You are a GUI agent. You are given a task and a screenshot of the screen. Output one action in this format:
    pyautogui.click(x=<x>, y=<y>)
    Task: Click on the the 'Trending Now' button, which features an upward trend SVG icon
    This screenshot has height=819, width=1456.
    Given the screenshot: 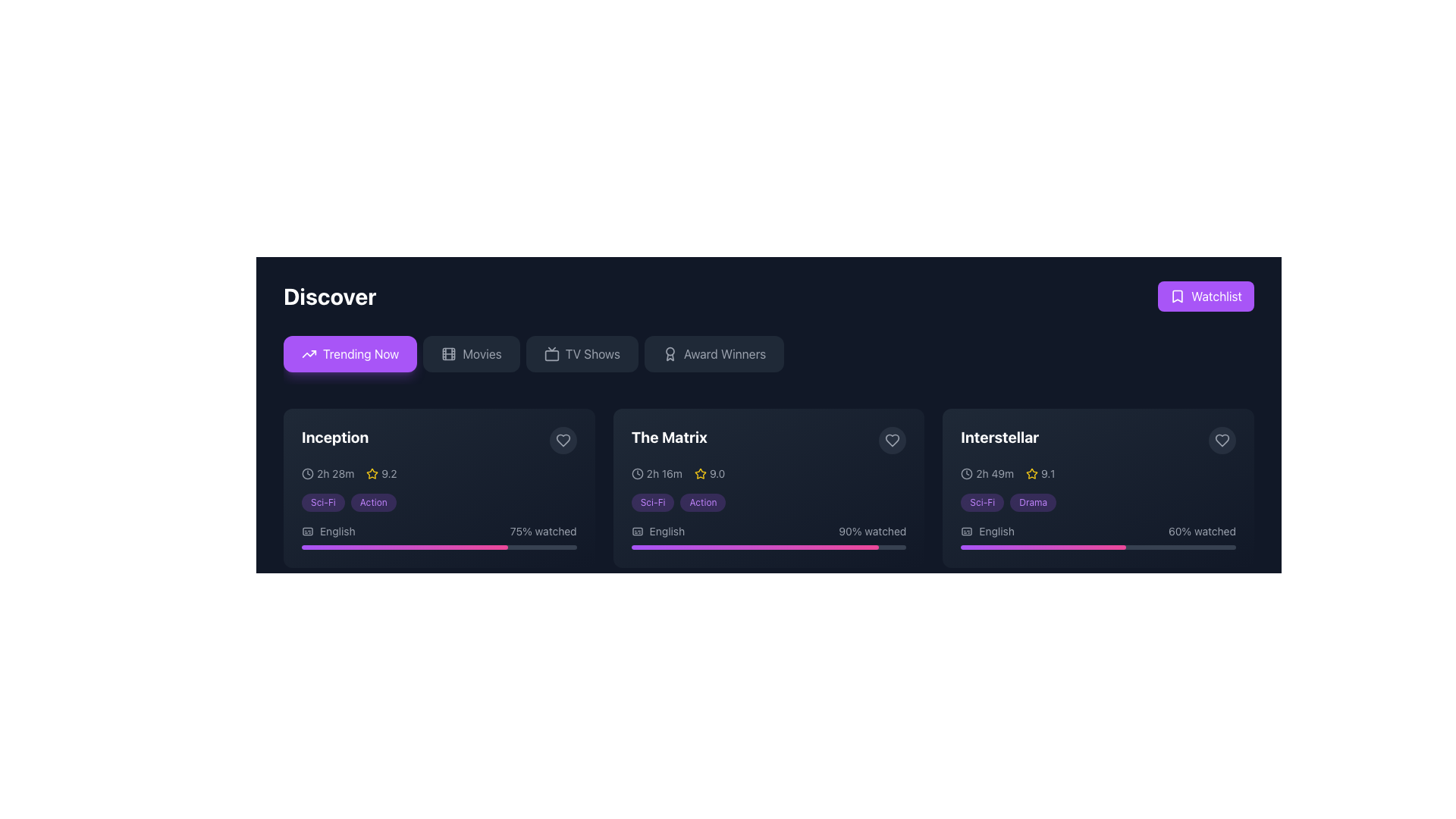 What is the action you would take?
    pyautogui.click(x=309, y=353)
    